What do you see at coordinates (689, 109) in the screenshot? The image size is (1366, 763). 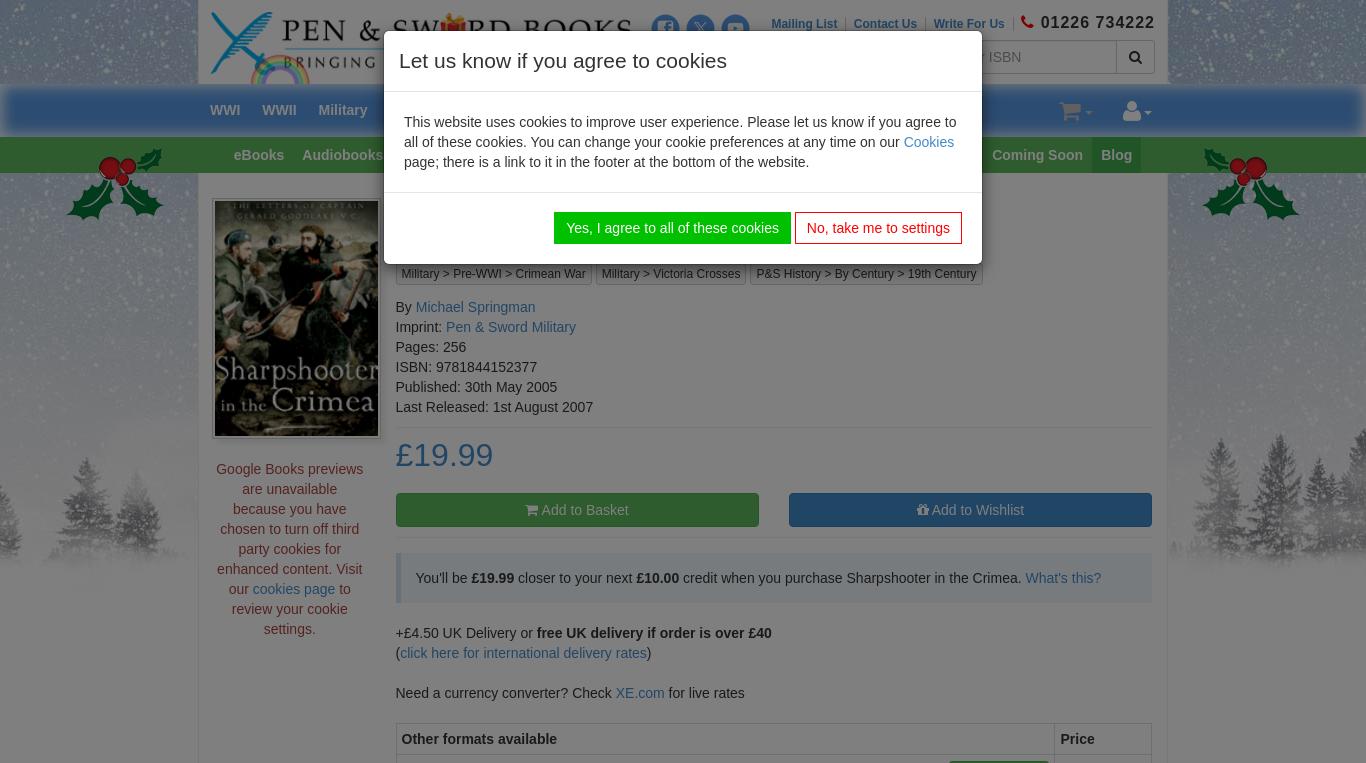 I see `'Transport'` at bounding box center [689, 109].